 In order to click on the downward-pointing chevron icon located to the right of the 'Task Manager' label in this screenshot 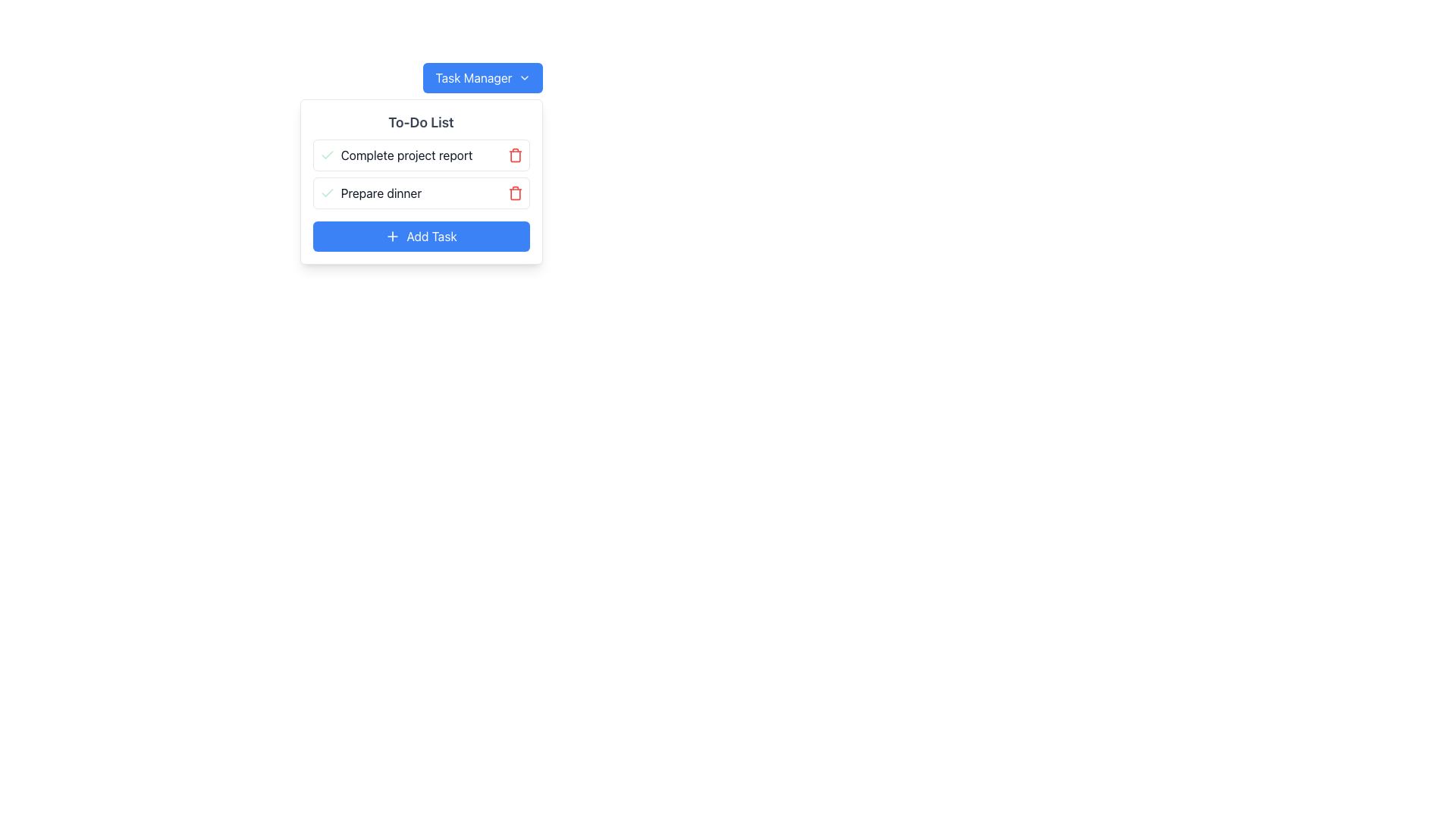, I will do `click(524, 78)`.